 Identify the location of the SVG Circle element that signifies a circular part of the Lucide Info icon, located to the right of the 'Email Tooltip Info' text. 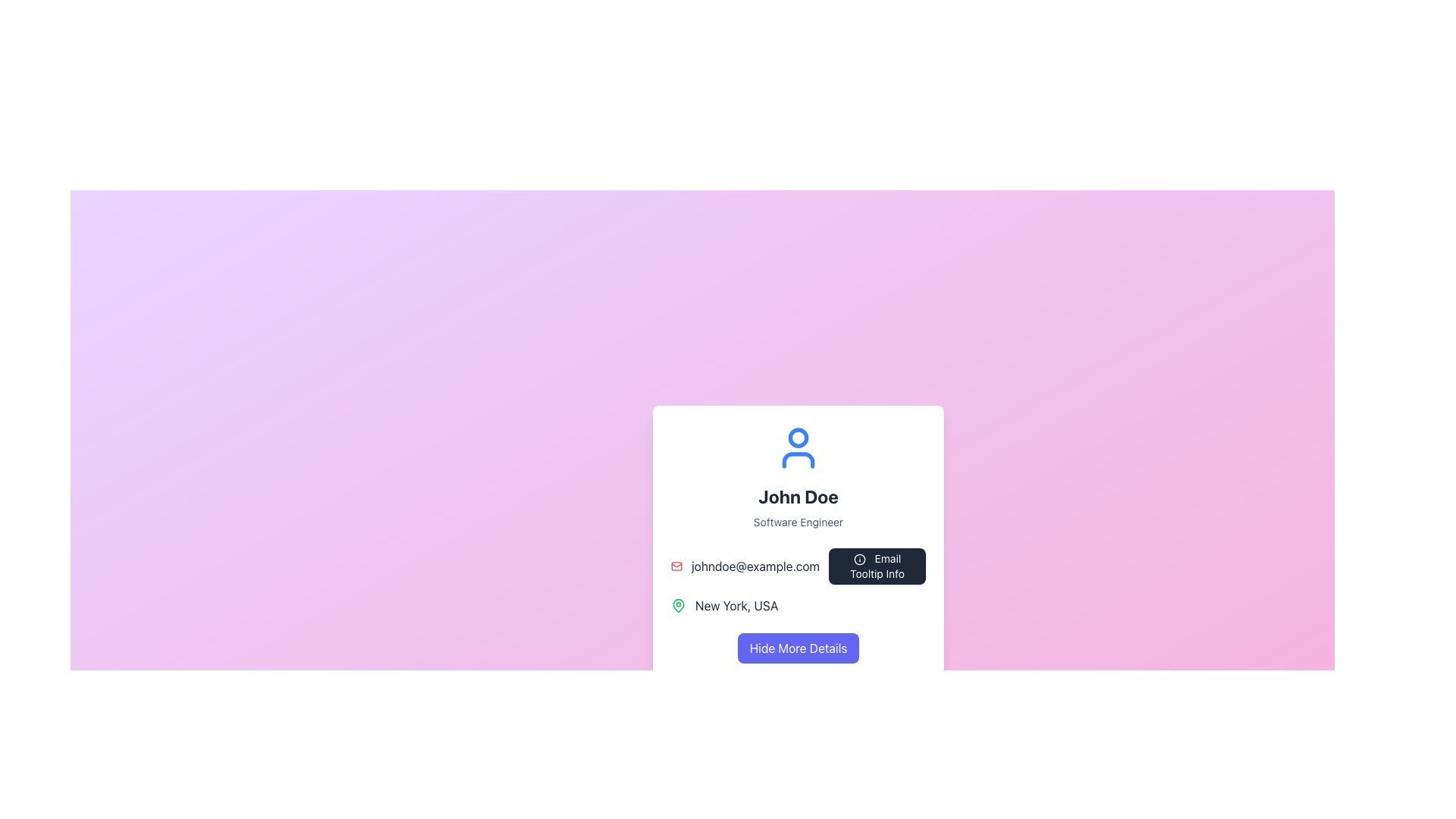
(859, 560).